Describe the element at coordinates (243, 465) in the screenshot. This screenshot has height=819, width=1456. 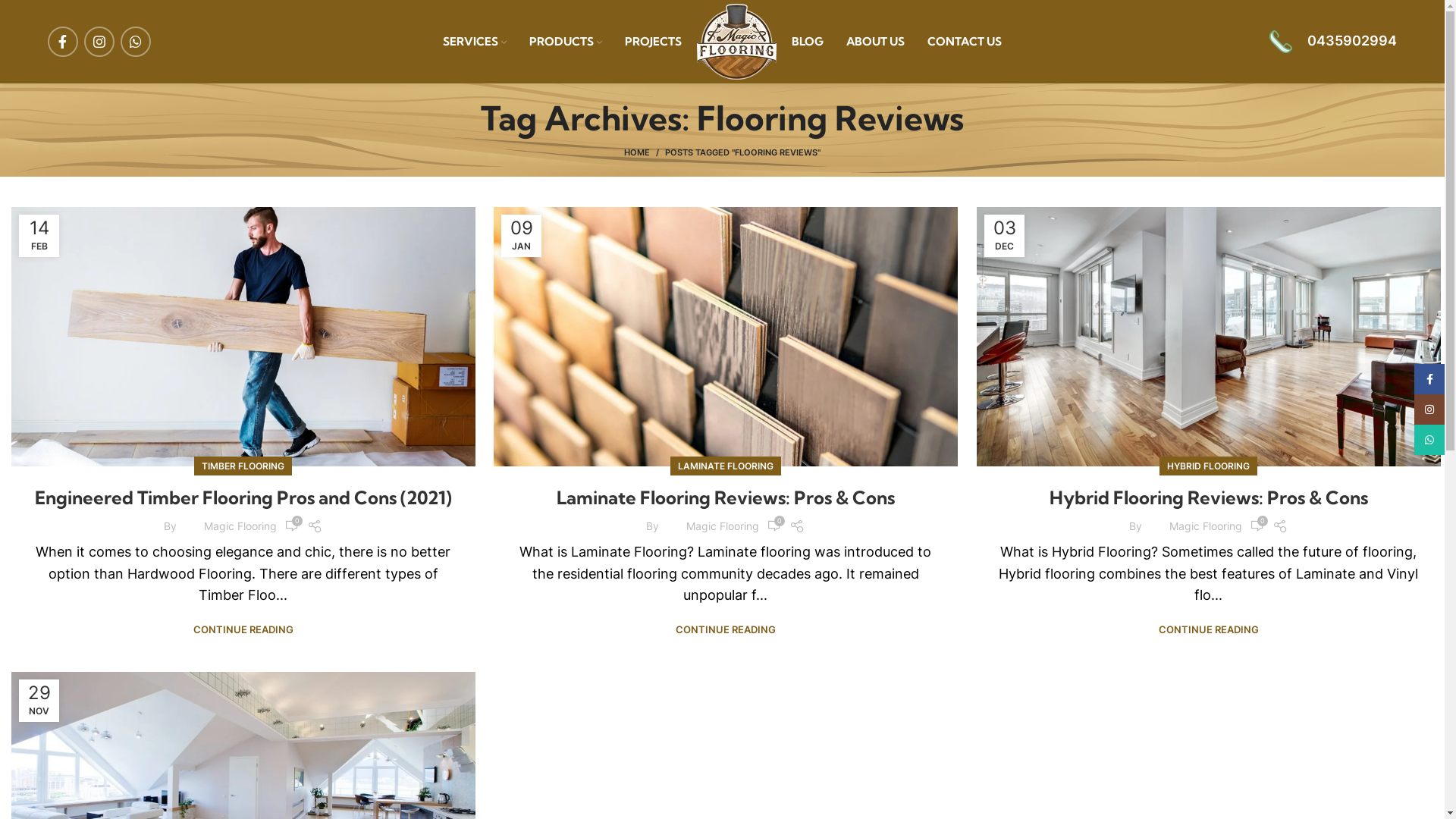
I see `'TIMBER FLOORING'` at that location.